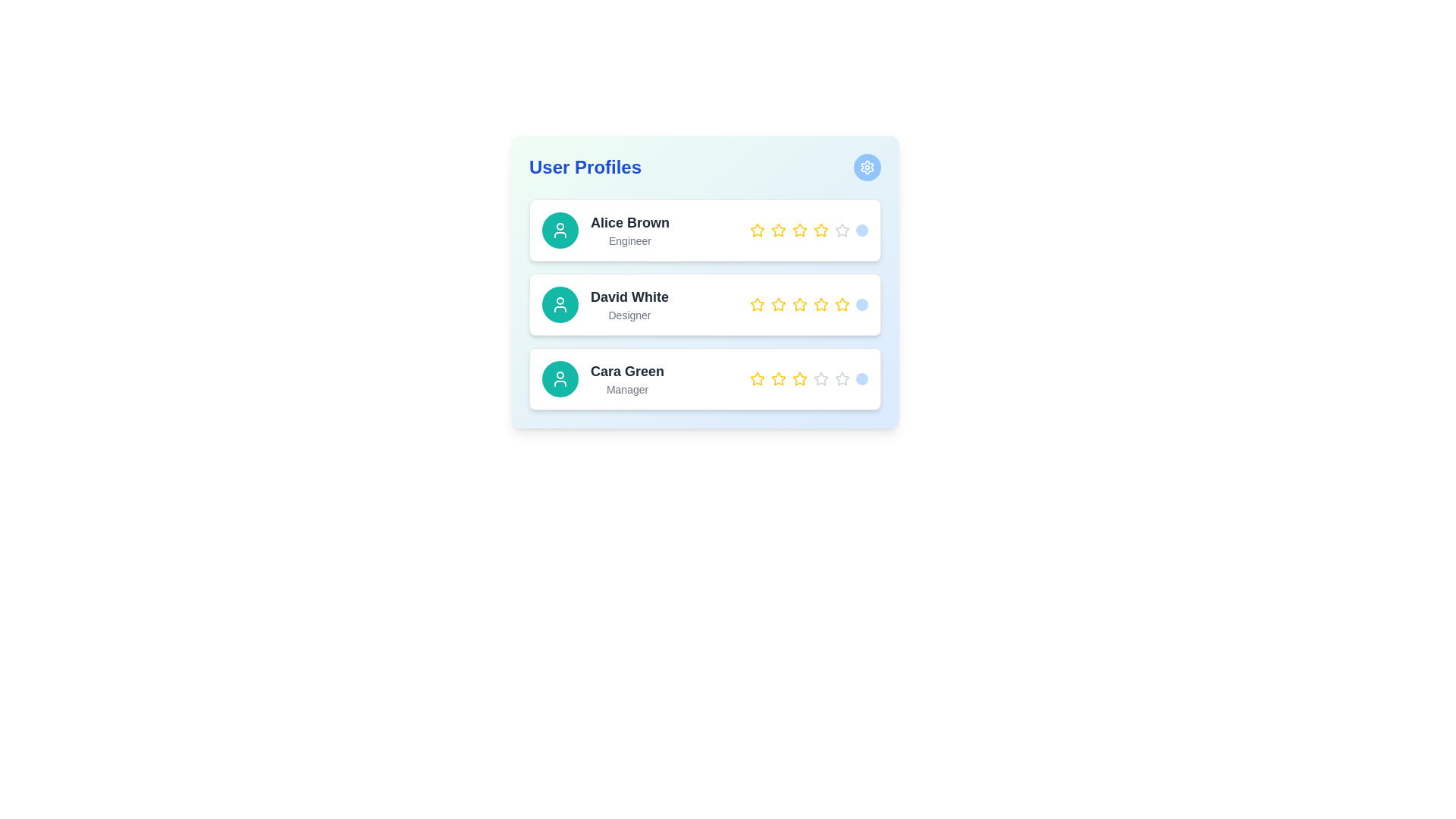 The image size is (1456, 819). Describe the element at coordinates (560, 378) in the screenshot. I see `the user profile icon representing 'David White', which is a decorative element in the left section of a horizontal list item` at that location.